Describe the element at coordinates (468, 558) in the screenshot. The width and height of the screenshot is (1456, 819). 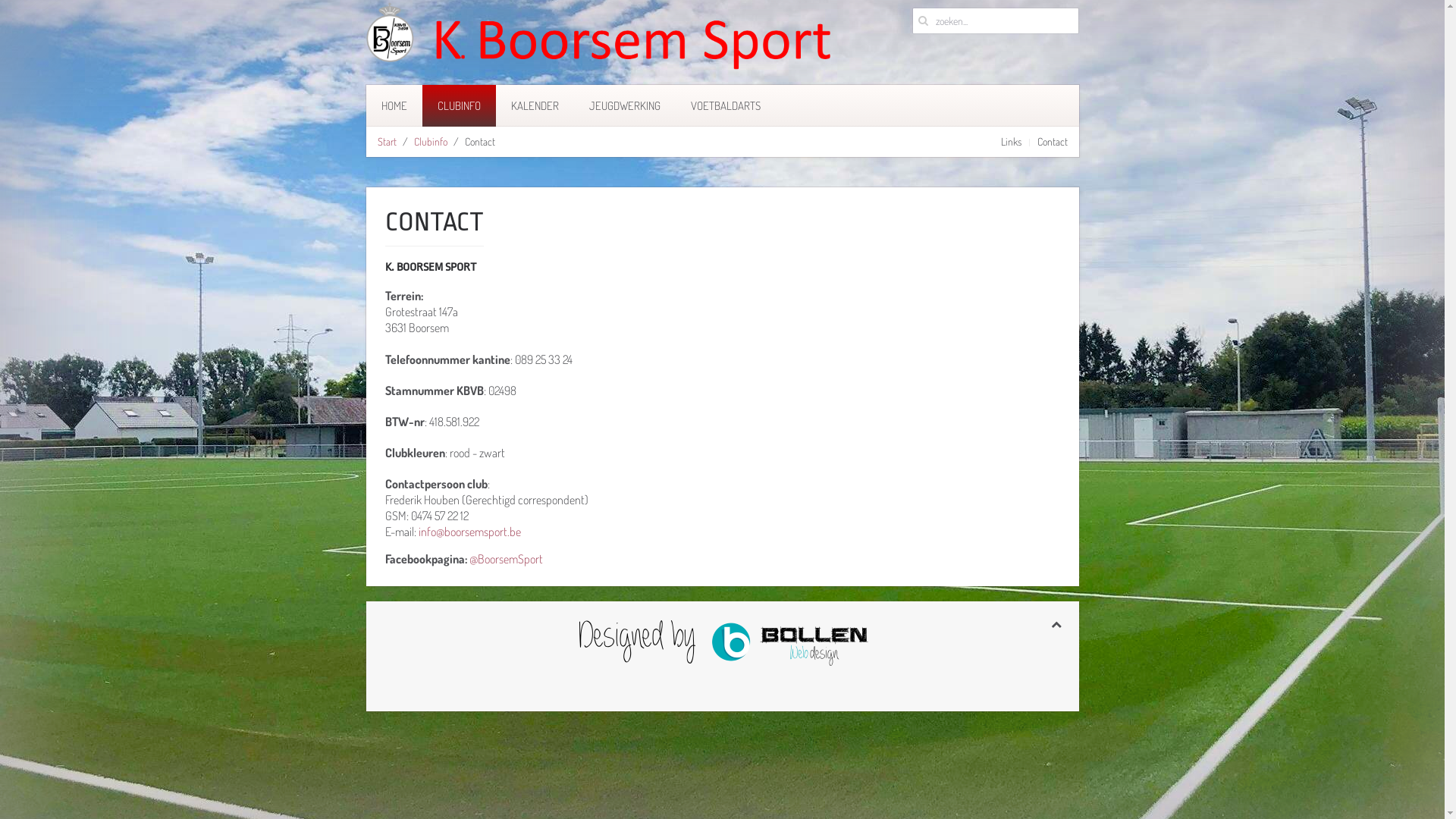
I see `'@BoorsemSport'` at that location.